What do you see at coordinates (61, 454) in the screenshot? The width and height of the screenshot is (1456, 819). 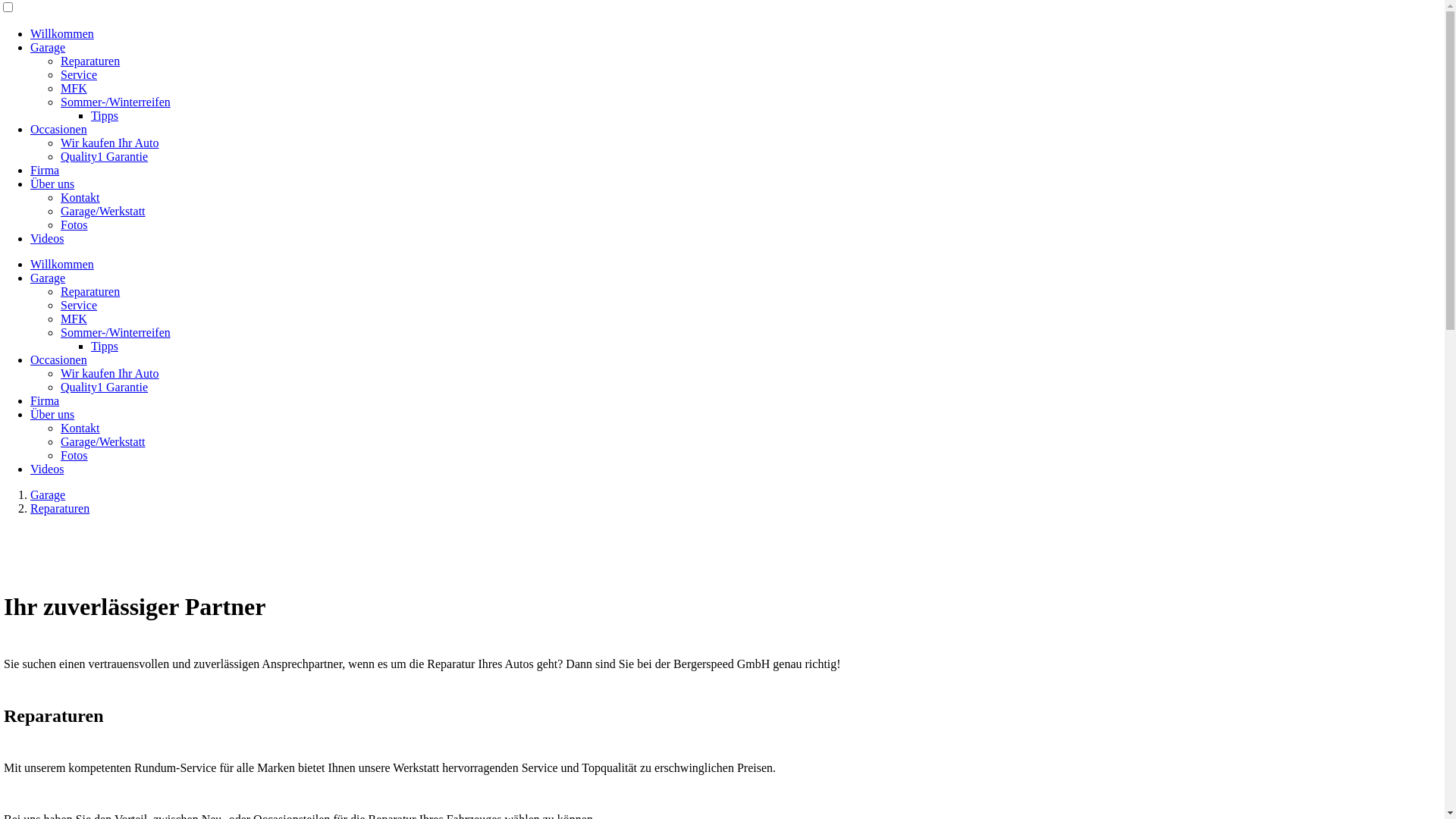 I see `'Fotos'` at bounding box center [61, 454].